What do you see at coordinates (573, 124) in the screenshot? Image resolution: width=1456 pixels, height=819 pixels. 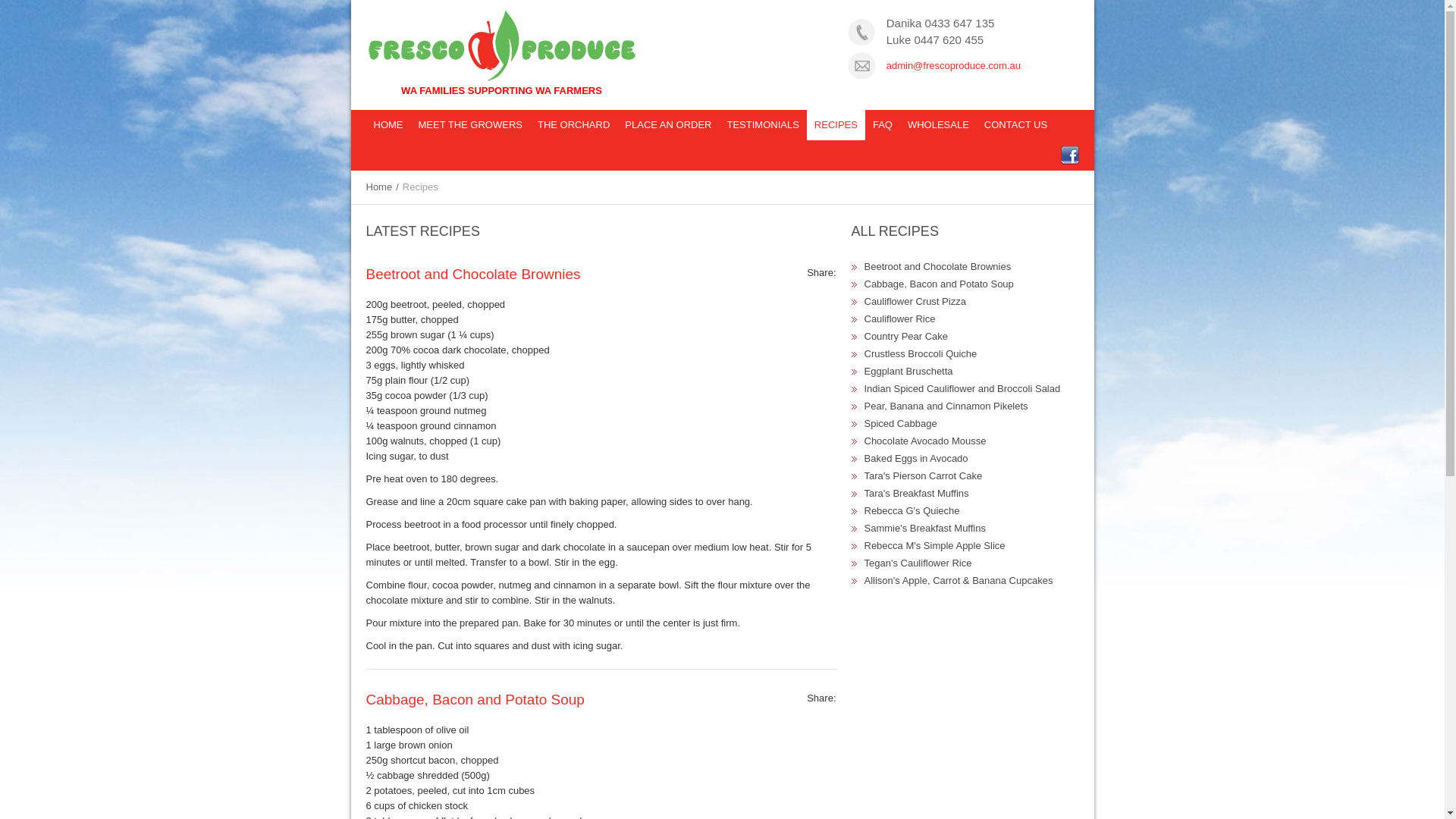 I see `'THE ORCHARD'` at bounding box center [573, 124].